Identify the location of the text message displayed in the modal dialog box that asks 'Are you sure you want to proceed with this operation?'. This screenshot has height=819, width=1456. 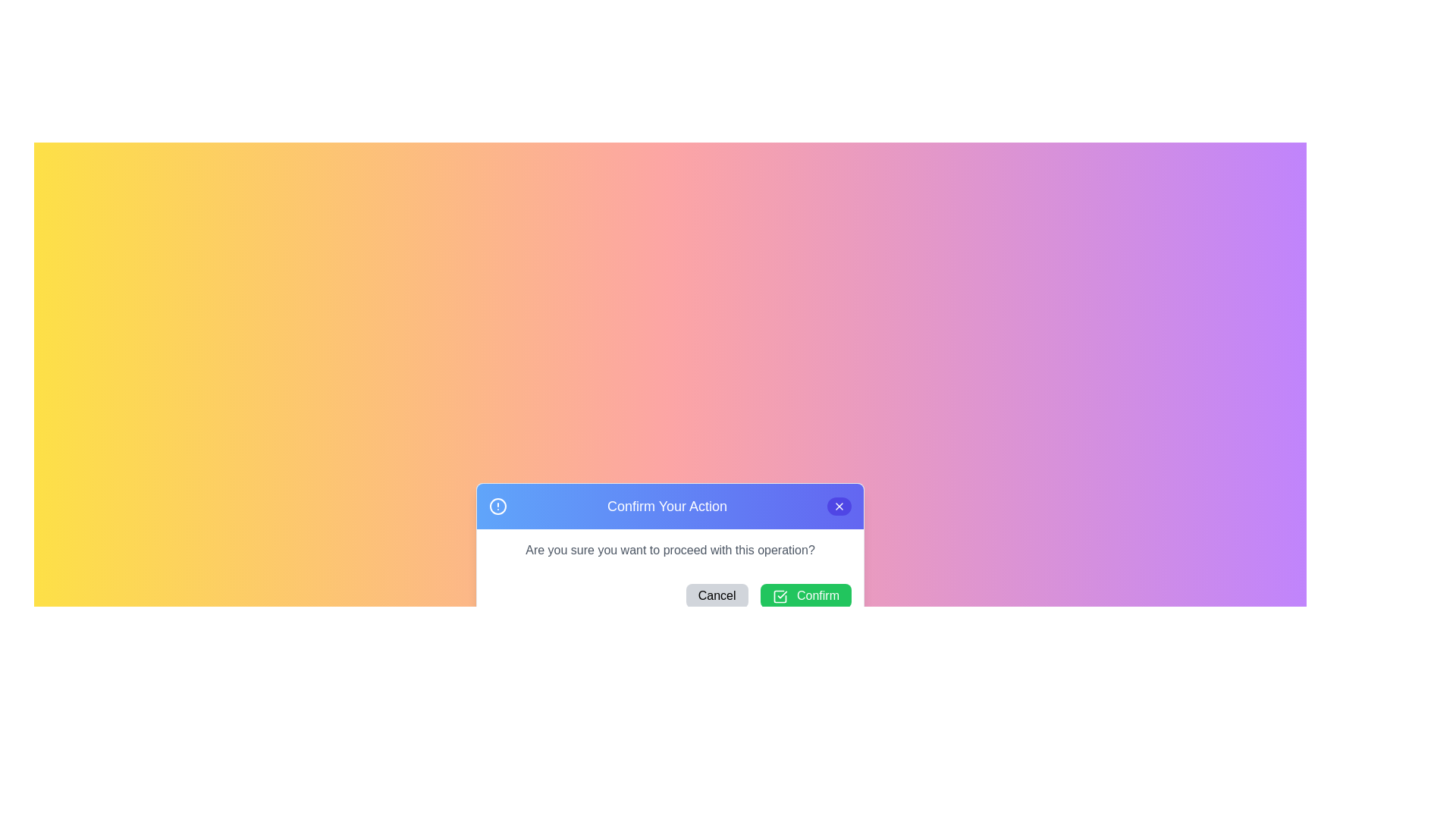
(669, 550).